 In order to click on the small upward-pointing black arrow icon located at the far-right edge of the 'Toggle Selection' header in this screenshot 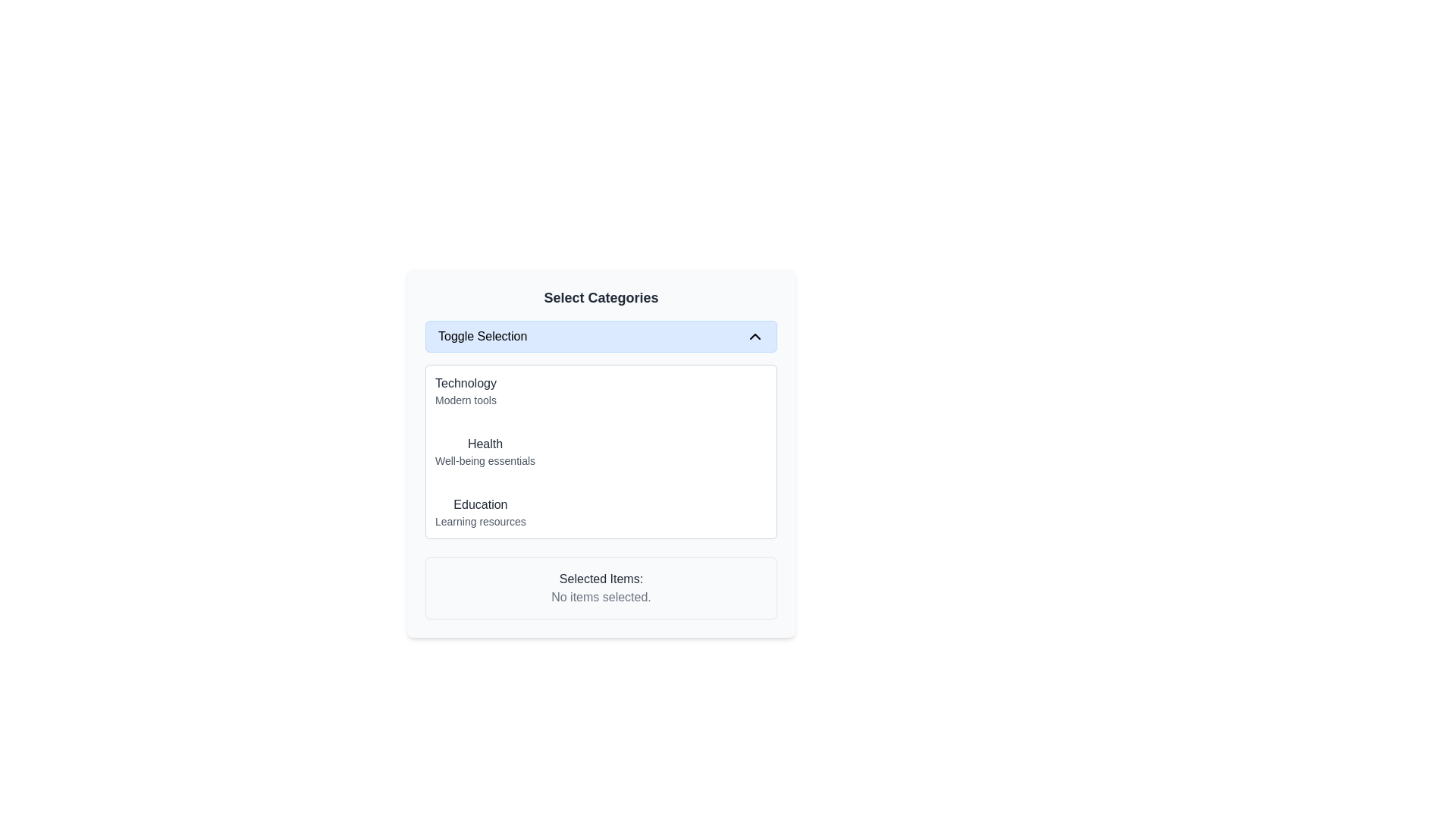, I will do `click(755, 335)`.